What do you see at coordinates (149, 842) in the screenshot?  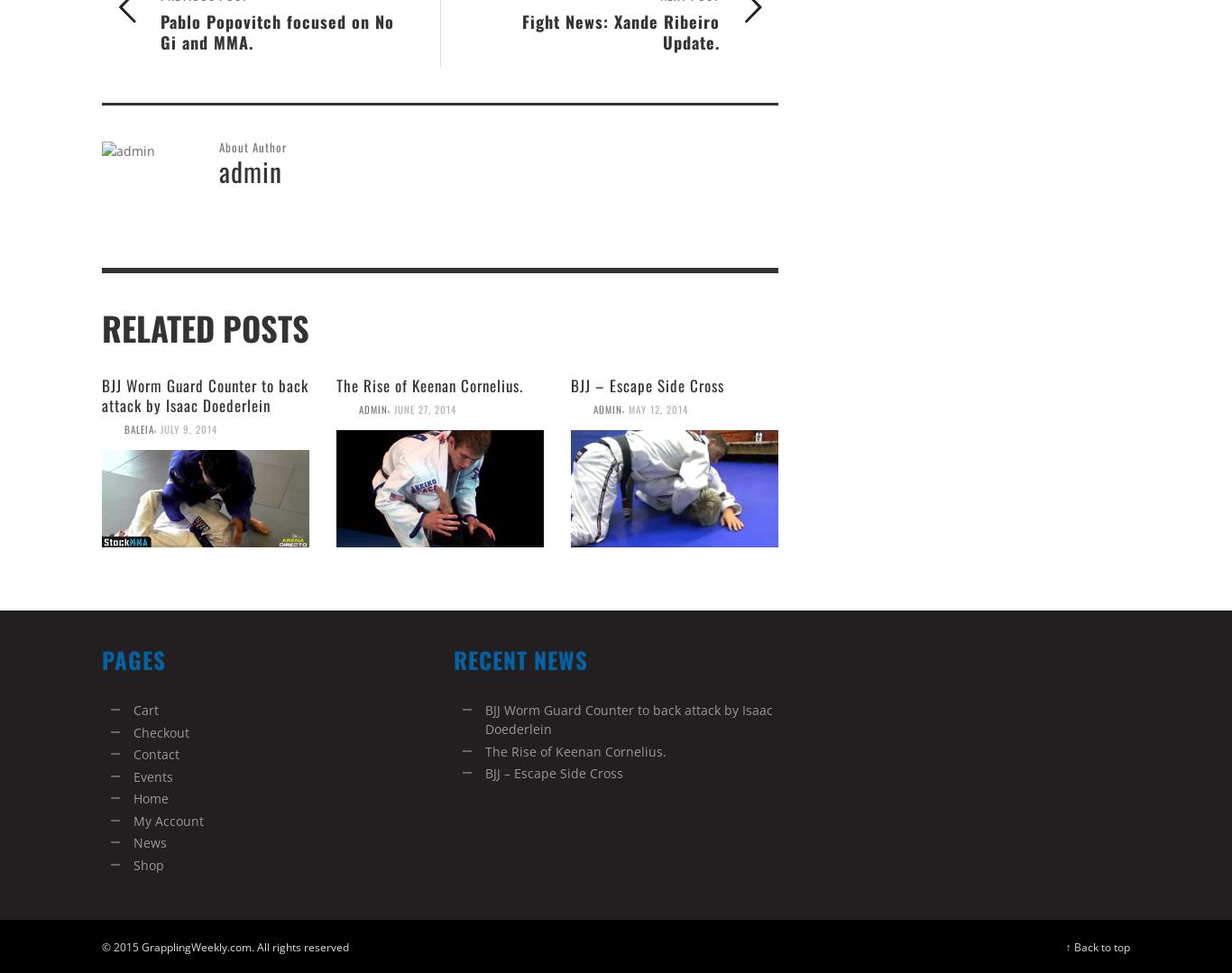 I see `'News'` at bounding box center [149, 842].